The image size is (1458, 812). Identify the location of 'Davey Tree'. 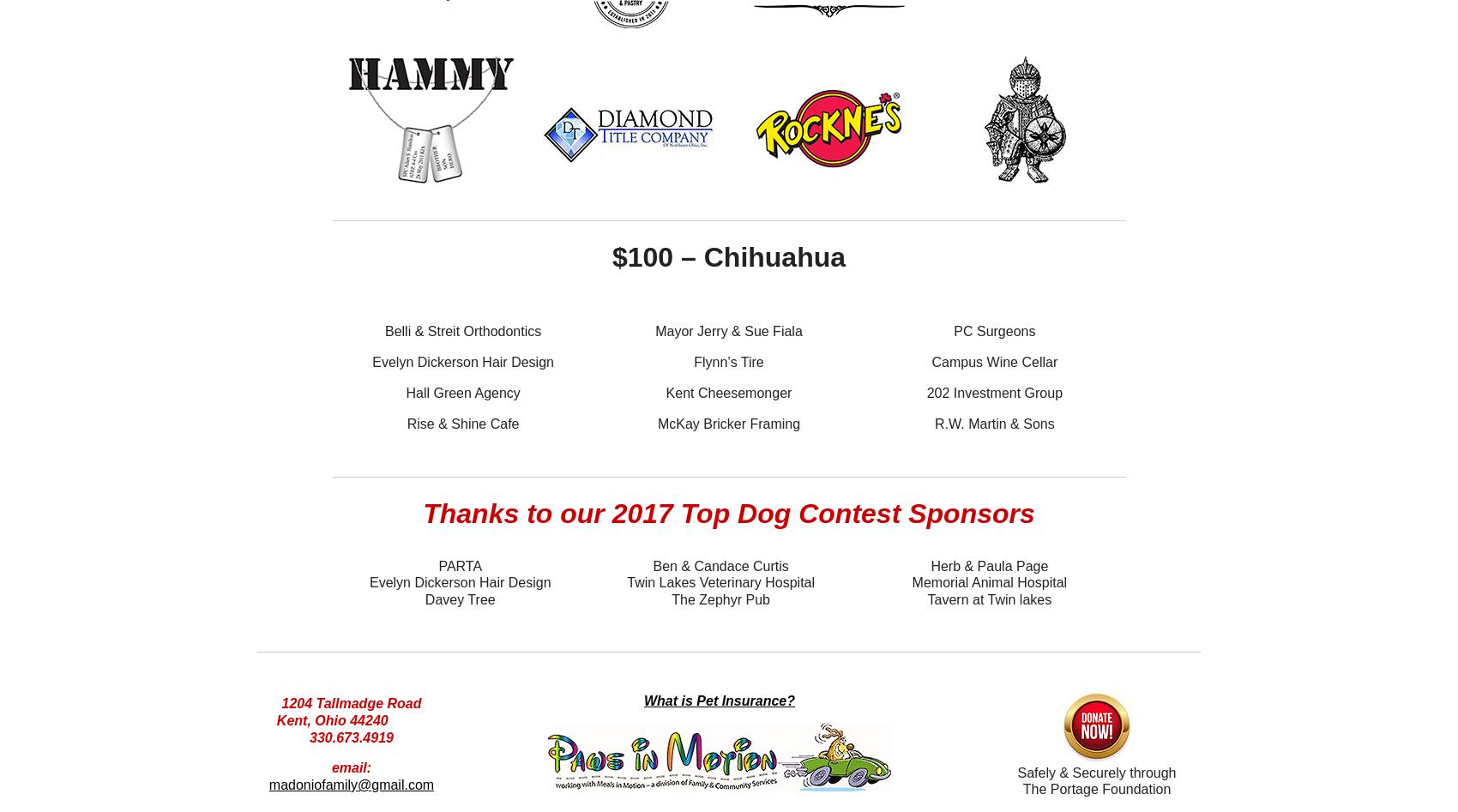
(459, 598).